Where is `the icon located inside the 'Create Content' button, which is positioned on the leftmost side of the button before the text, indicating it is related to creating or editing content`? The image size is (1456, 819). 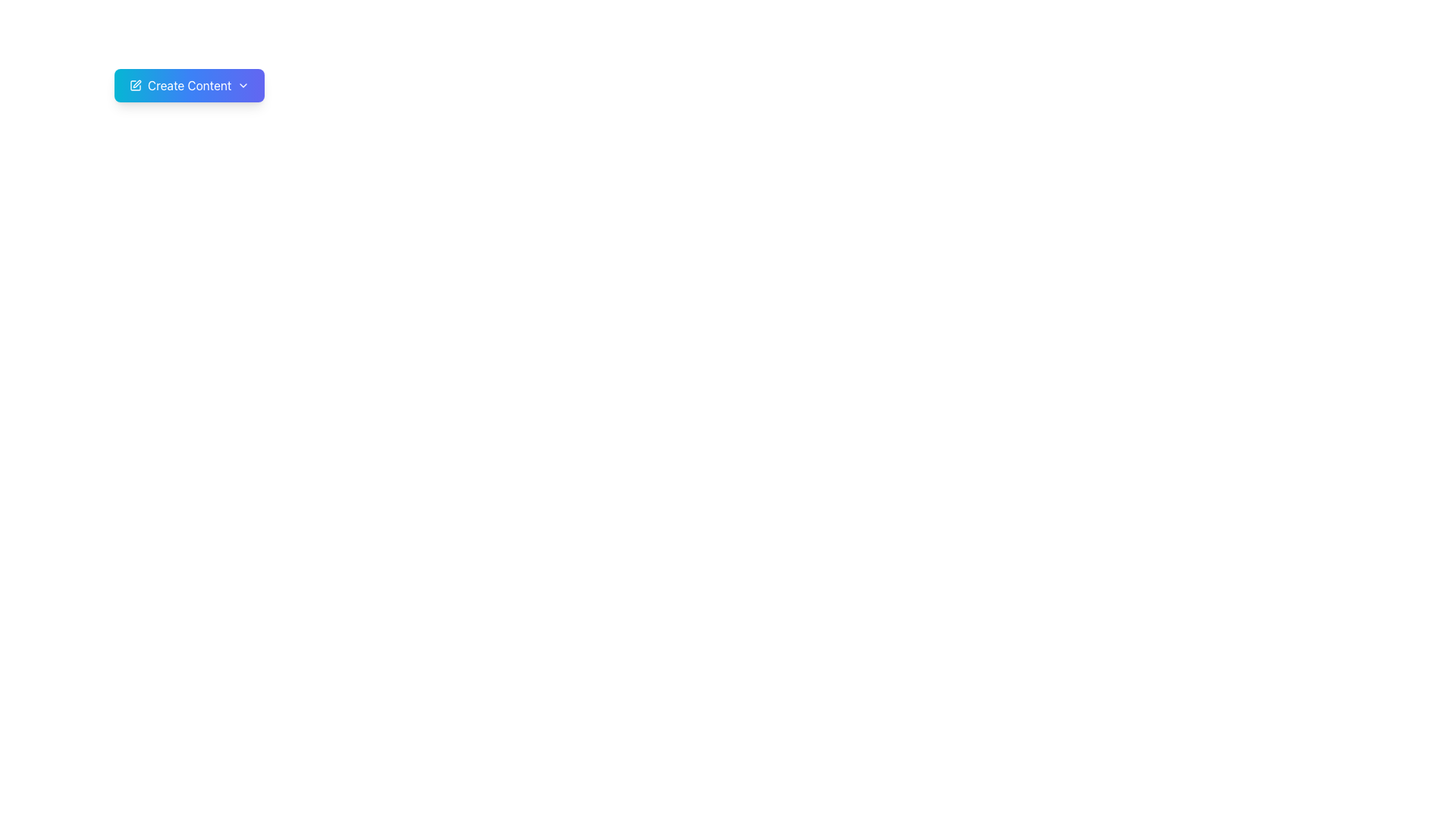 the icon located inside the 'Create Content' button, which is positioned on the leftmost side of the button before the text, indicating it is related to creating or editing content is located at coordinates (135, 85).